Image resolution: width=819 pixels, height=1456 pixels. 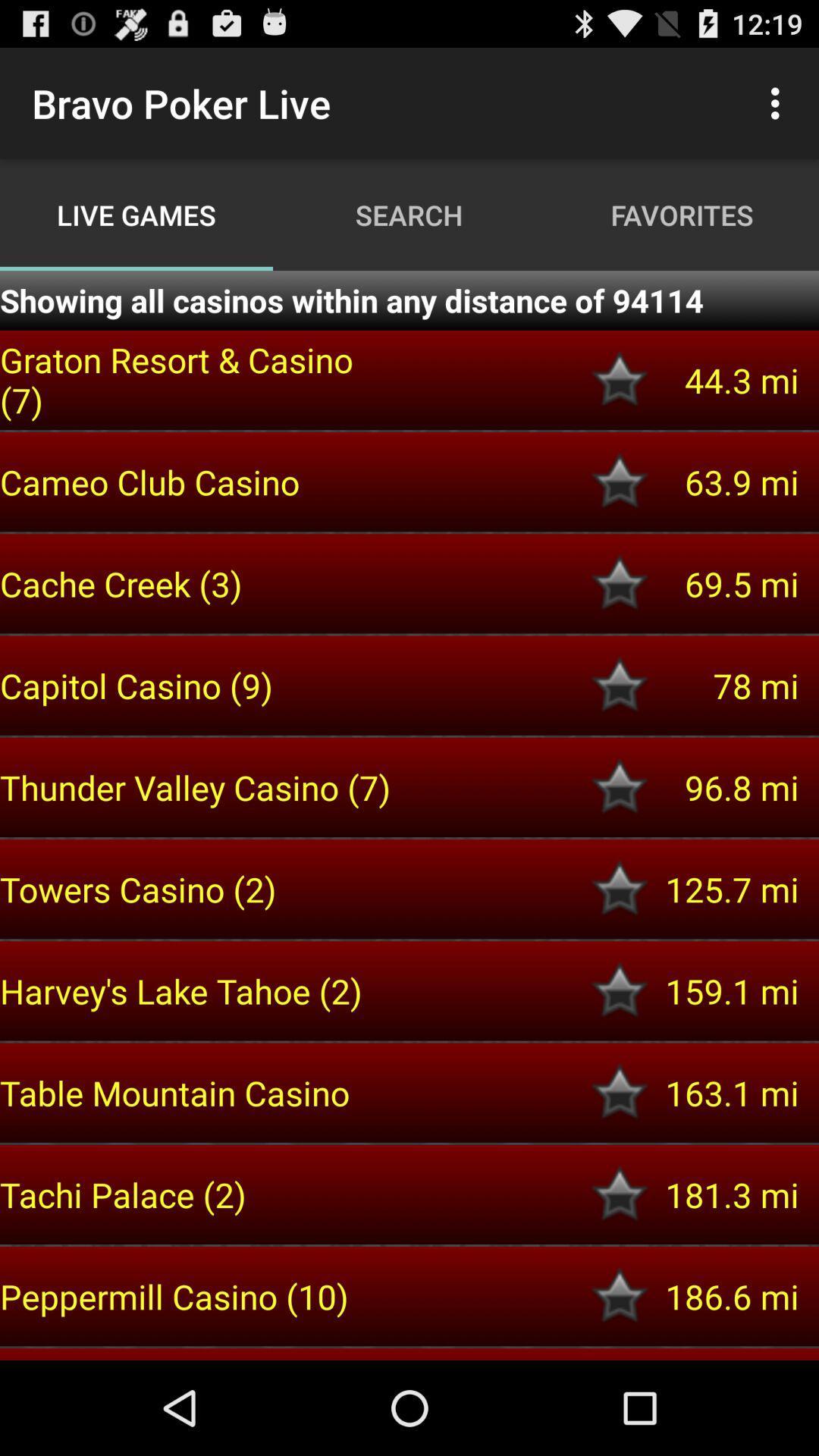 I want to click on as favorite, so click(x=620, y=1093).